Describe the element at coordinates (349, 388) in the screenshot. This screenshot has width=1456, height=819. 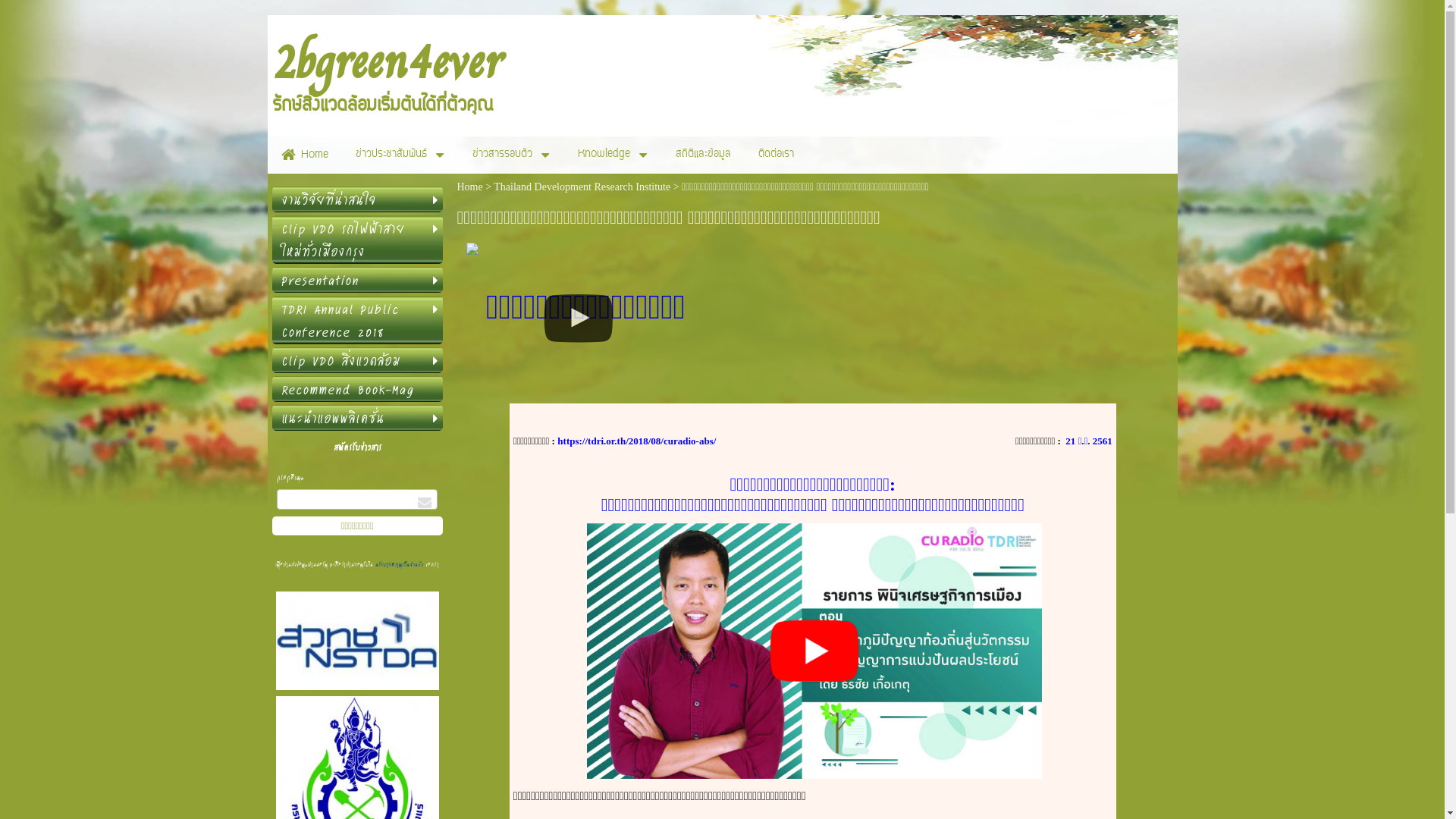
I see `'Recommend Book-Mag'` at that location.